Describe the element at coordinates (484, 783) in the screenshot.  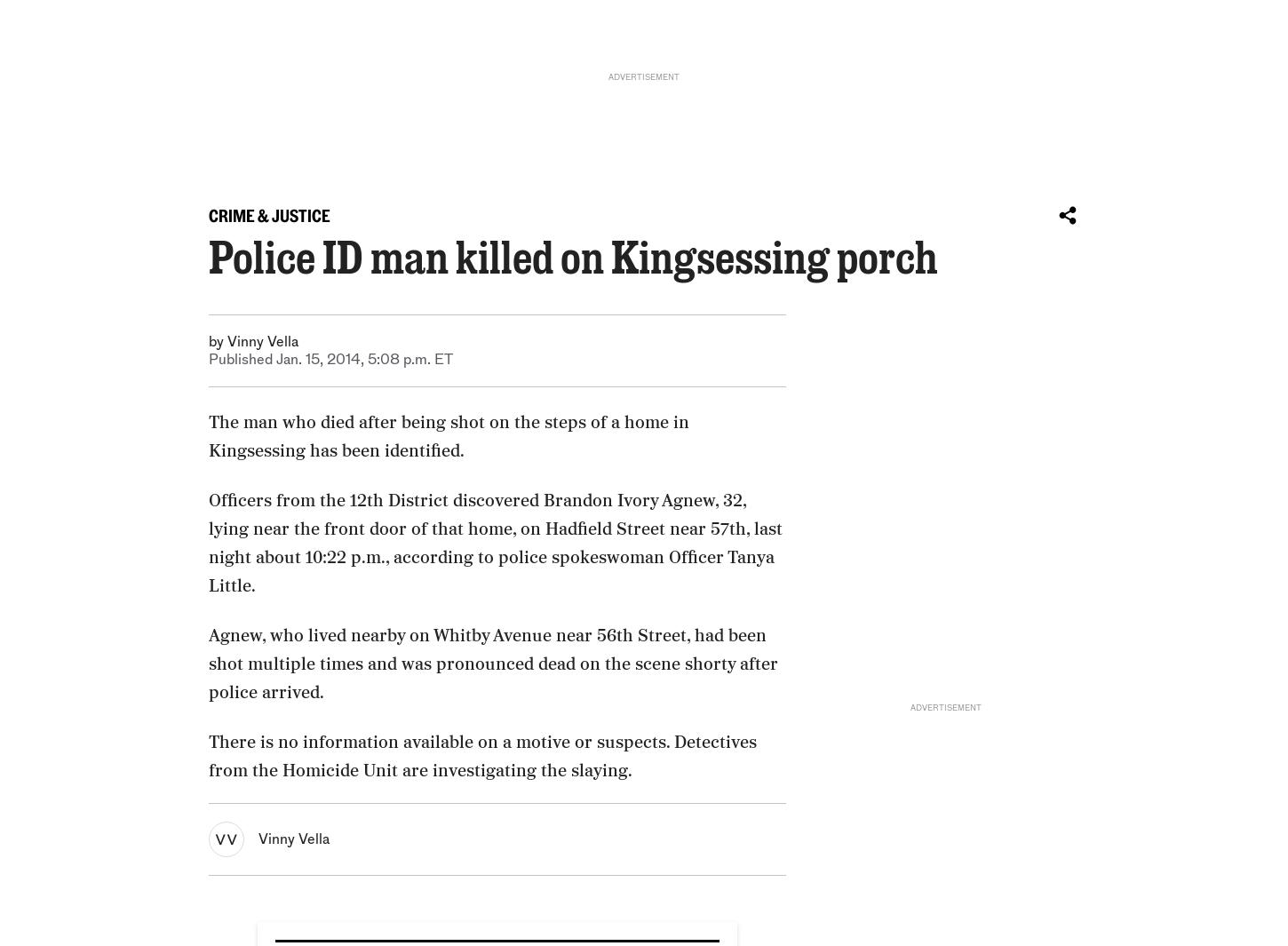
I see `'Philly police commissioner: There was little chance to save Joseph Wamah Jr.’s life'` at that location.